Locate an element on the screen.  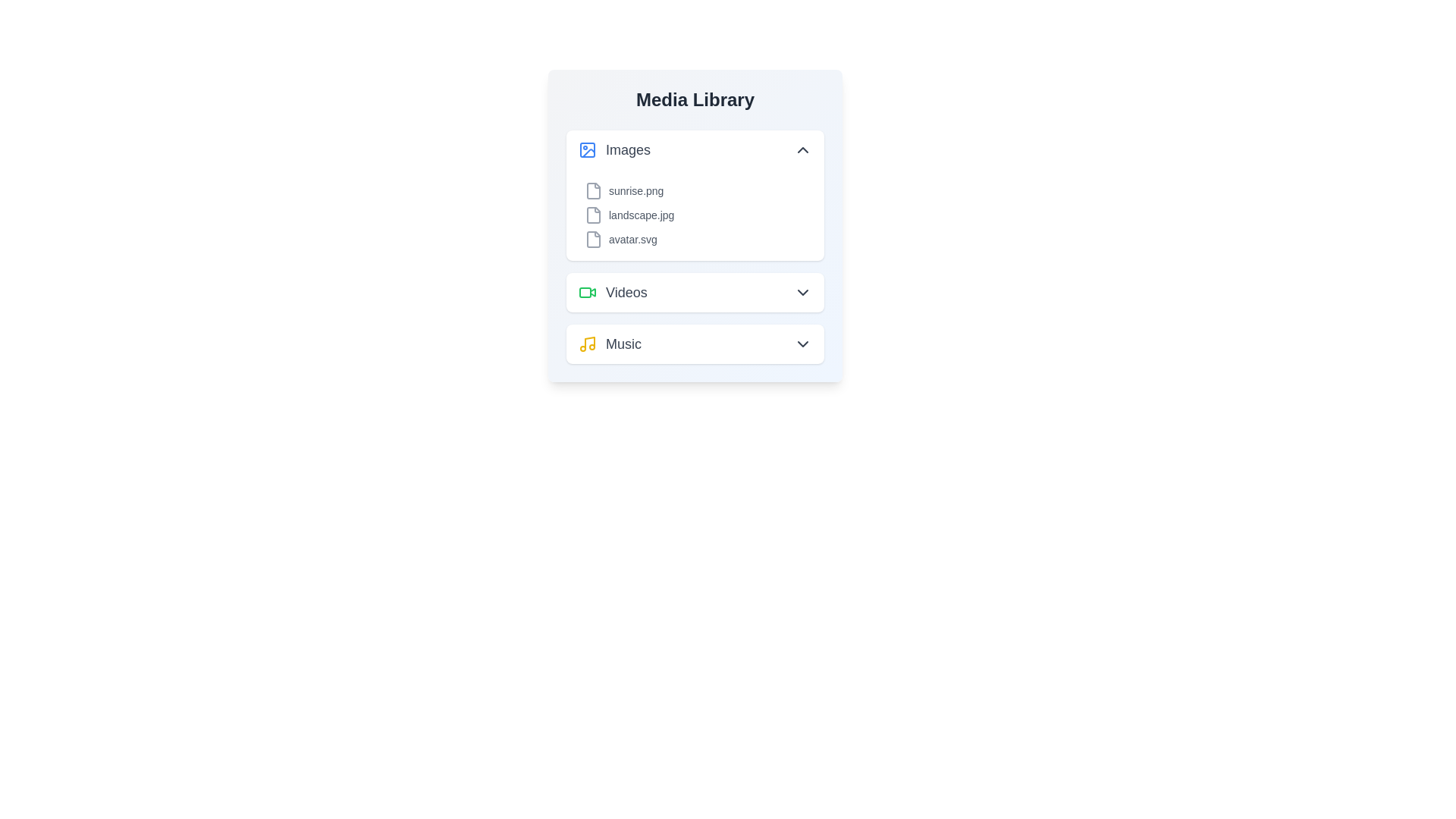
the first file entry in the 'Images' section of the Media Library card, which is located above the 'landscape.jpg' and 'avatar.svg' entries is located at coordinates (694, 190).